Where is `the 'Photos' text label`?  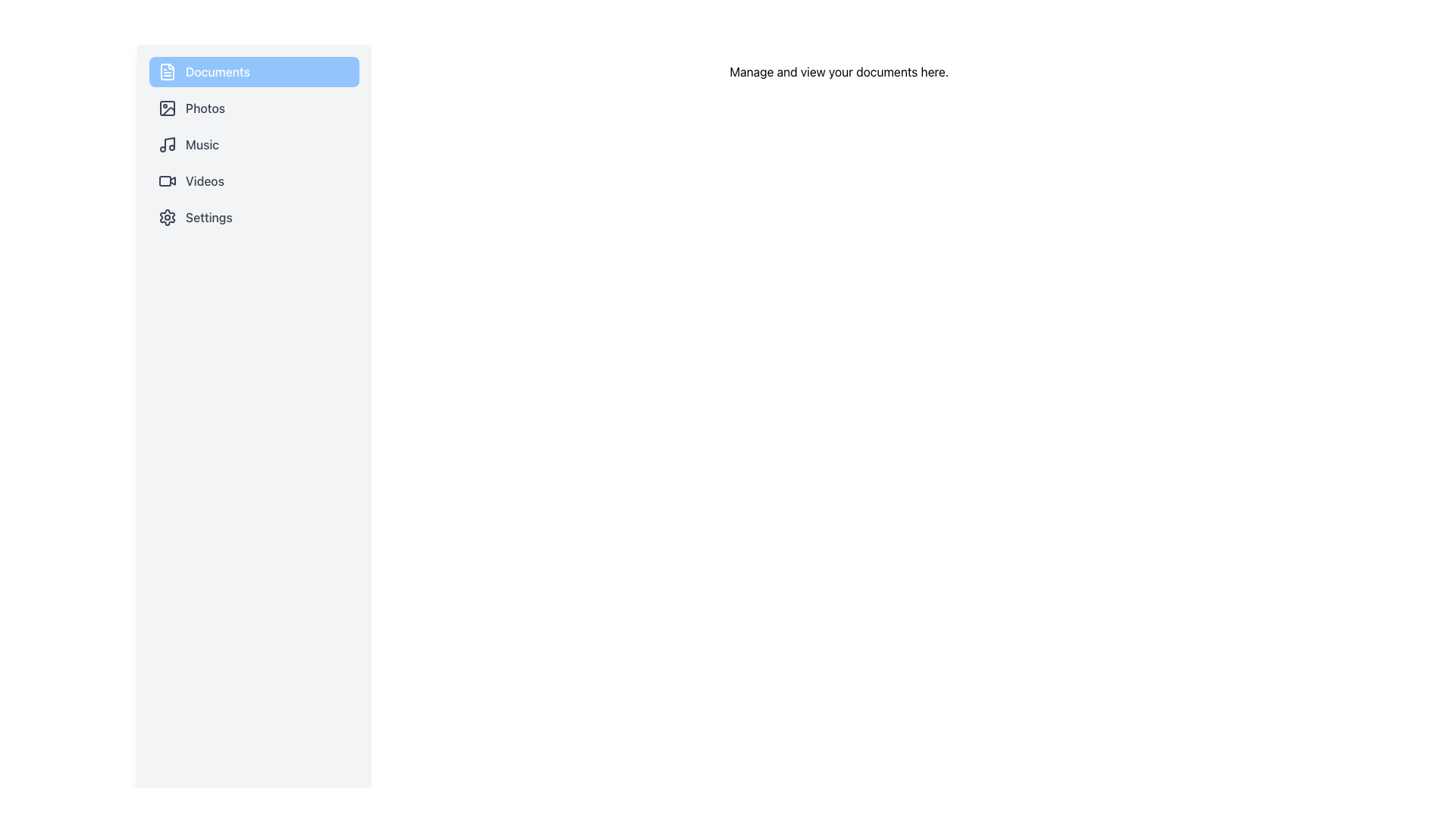
the 'Photos' text label is located at coordinates (204, 107).